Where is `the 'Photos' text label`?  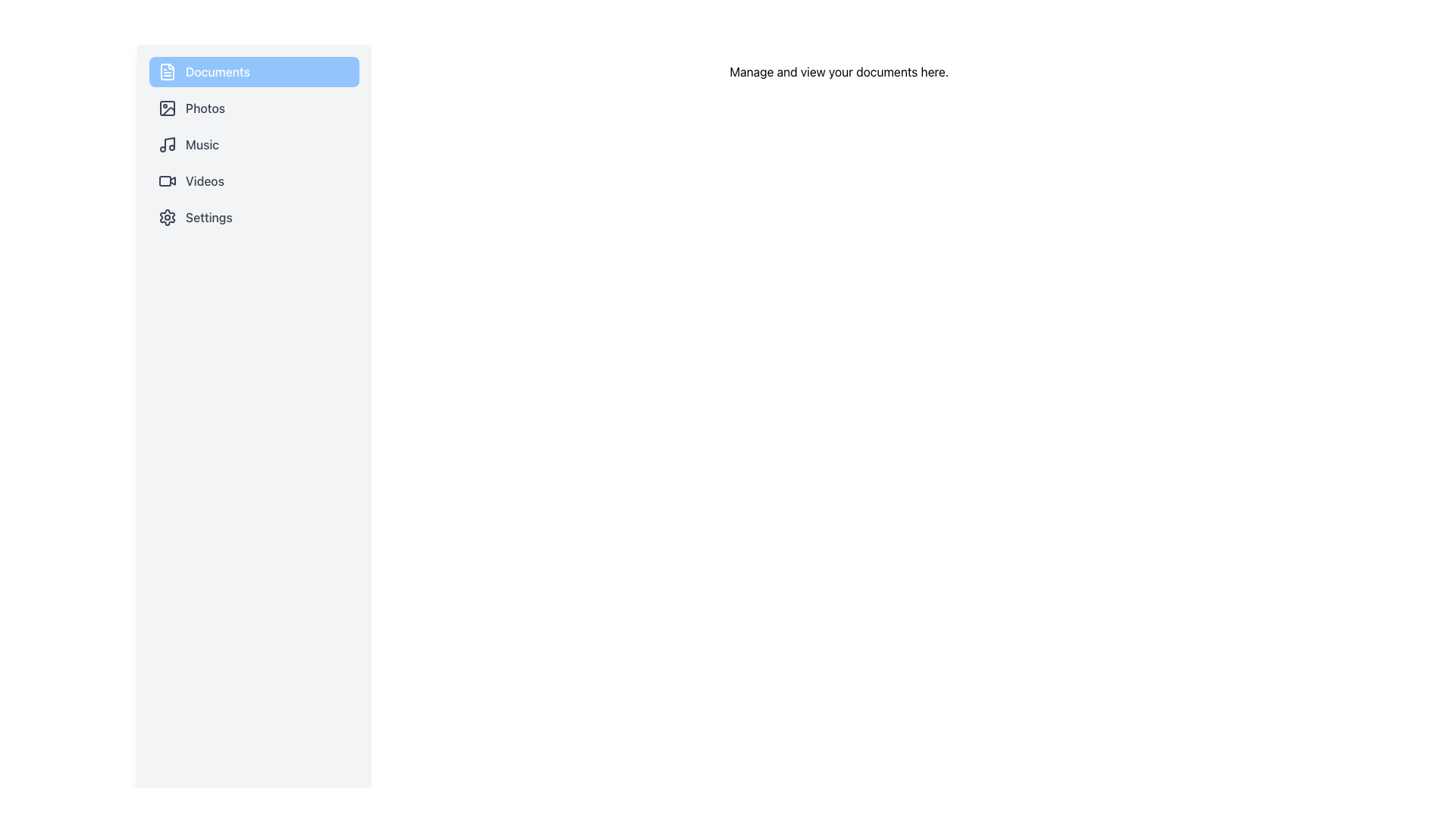
the 'Photos' text label is located at coordinates (204, 107).